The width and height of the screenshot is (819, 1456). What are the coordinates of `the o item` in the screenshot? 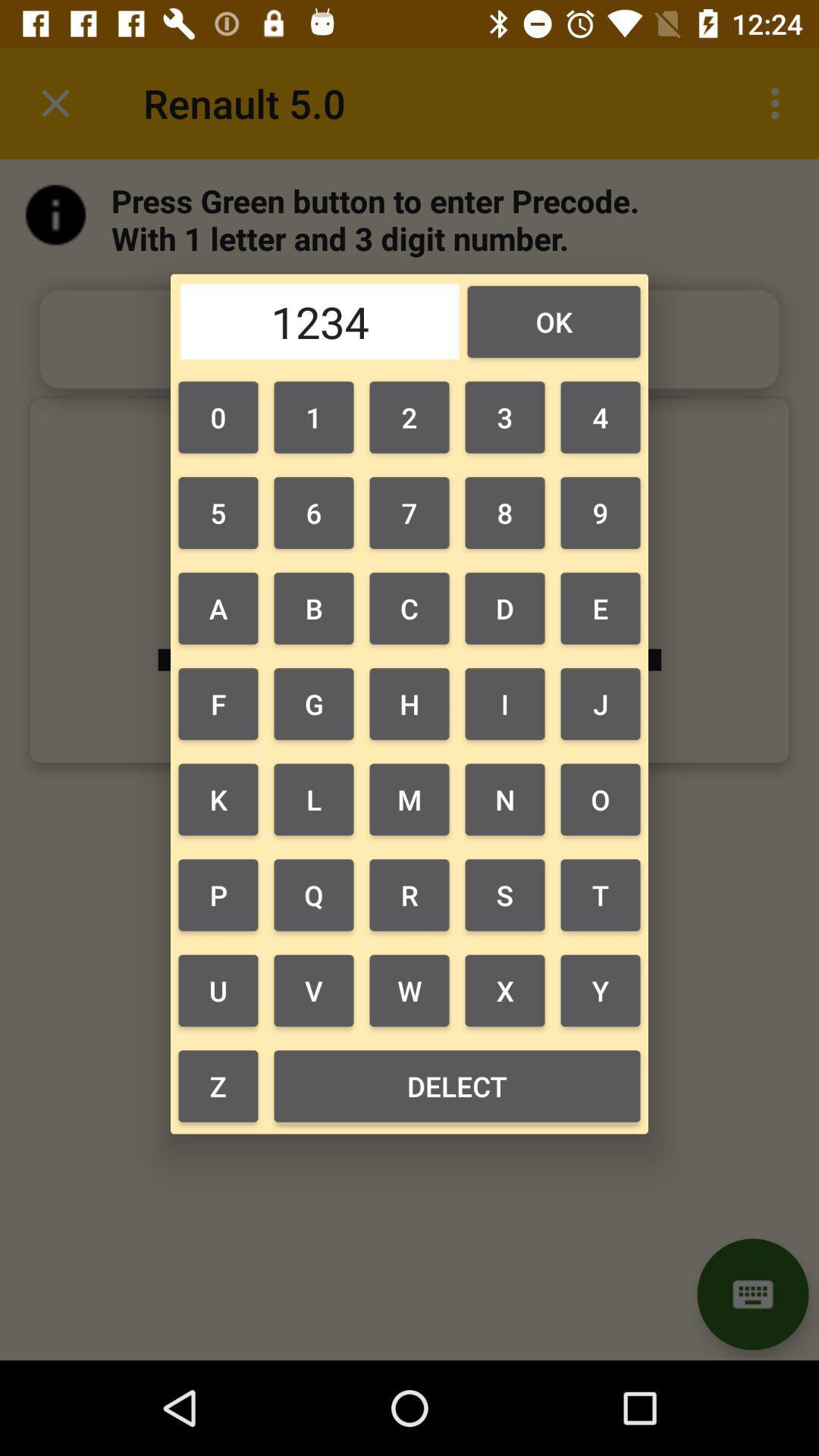 It's located at (599, 799).